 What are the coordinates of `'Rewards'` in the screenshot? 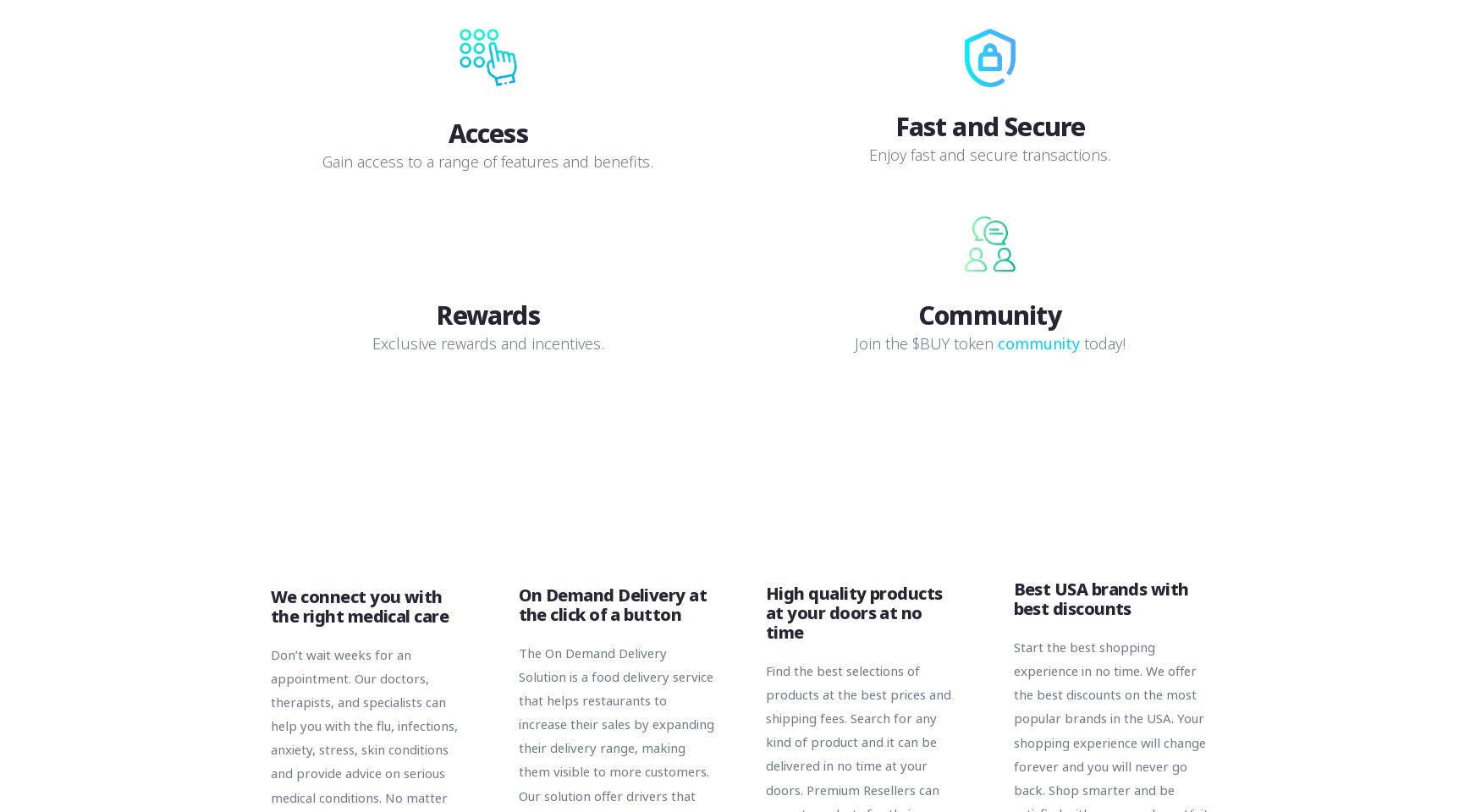 It's located at (487, 313).